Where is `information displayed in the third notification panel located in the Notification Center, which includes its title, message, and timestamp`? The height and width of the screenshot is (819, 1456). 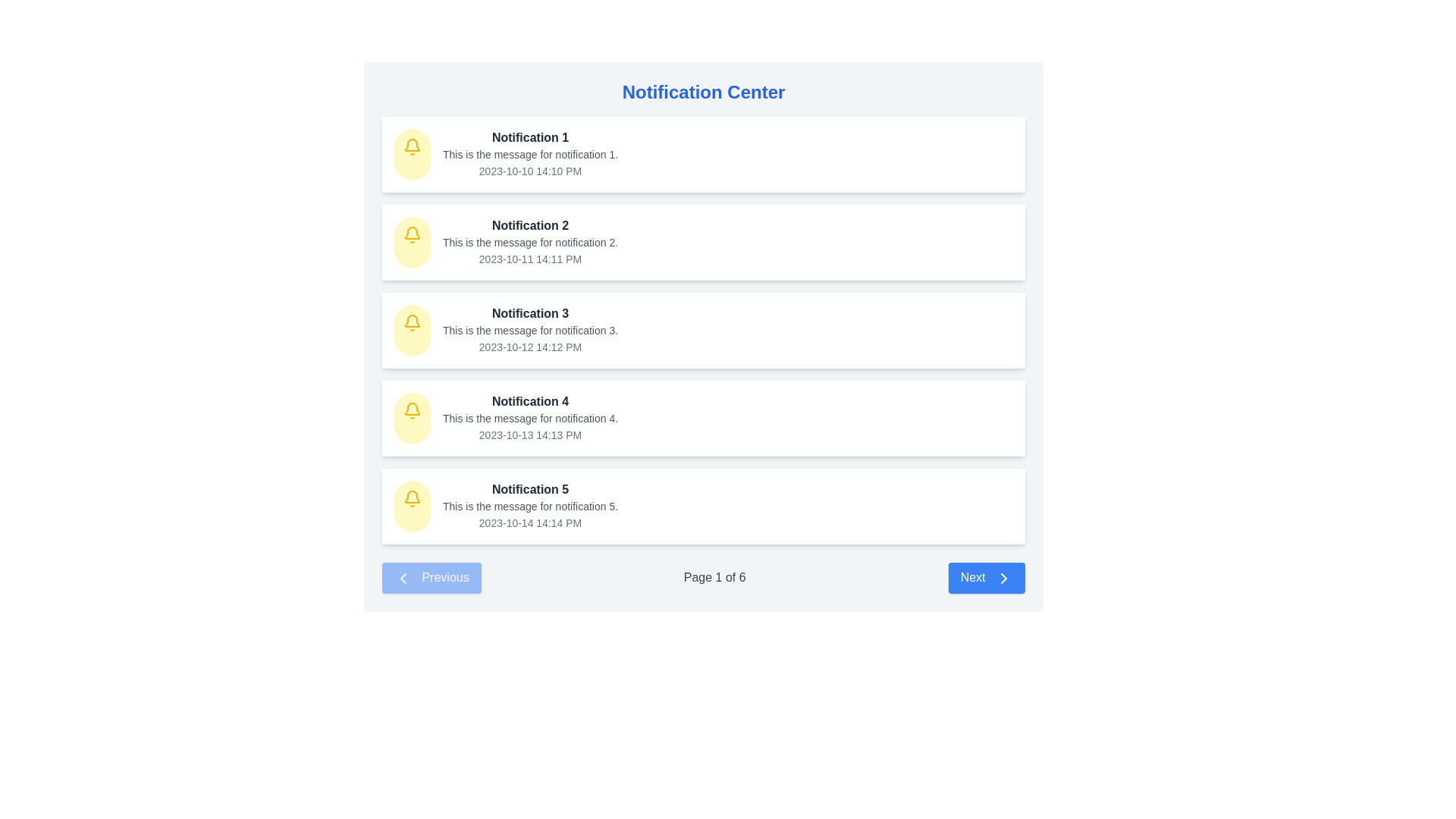 information displayed in the third notification panel located in the Notification Center, which includes its title, message, and timestamp is located at coordinates (530, 329).